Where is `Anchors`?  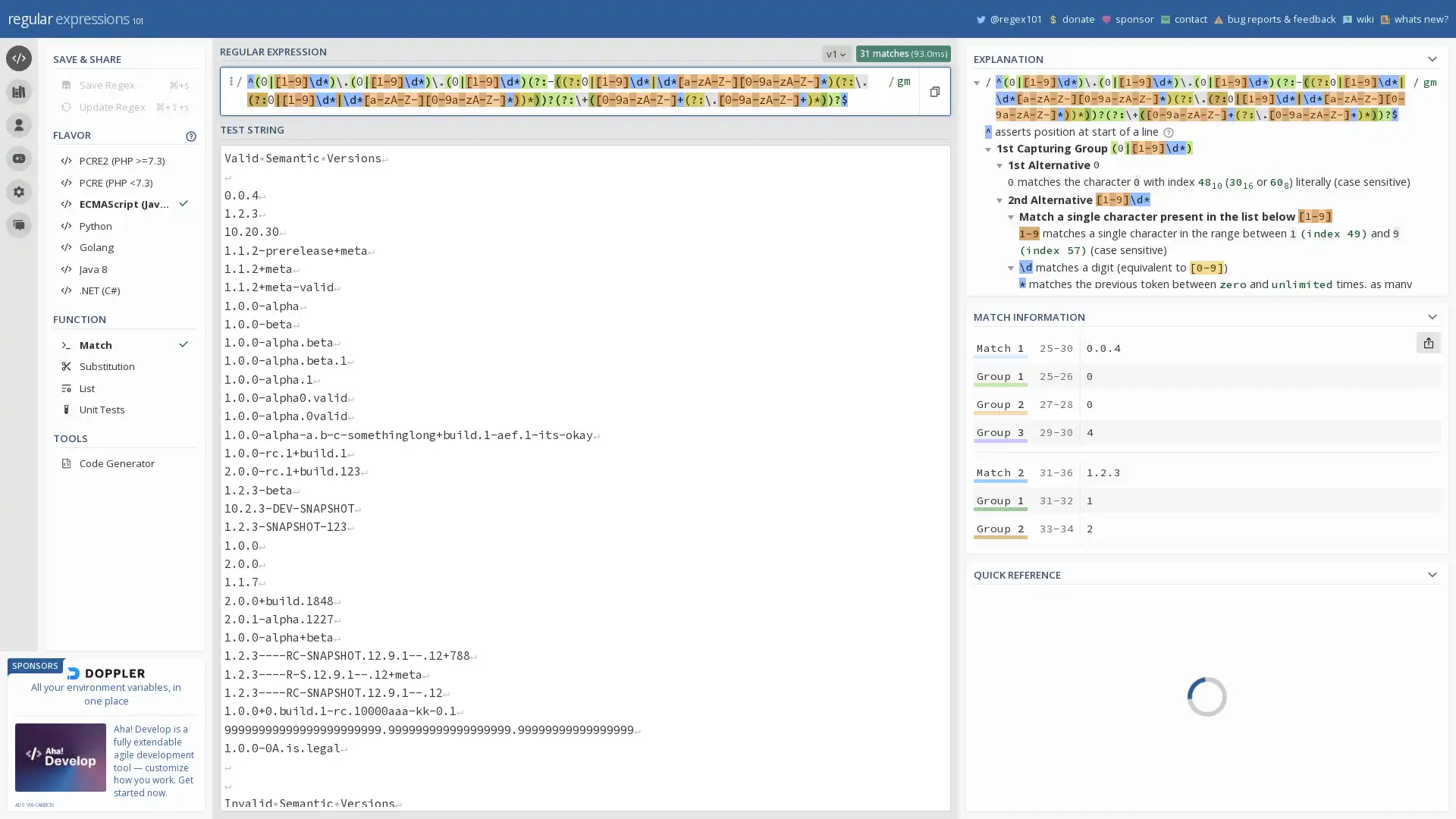
Anchors is located at coordinates (1044, 694).